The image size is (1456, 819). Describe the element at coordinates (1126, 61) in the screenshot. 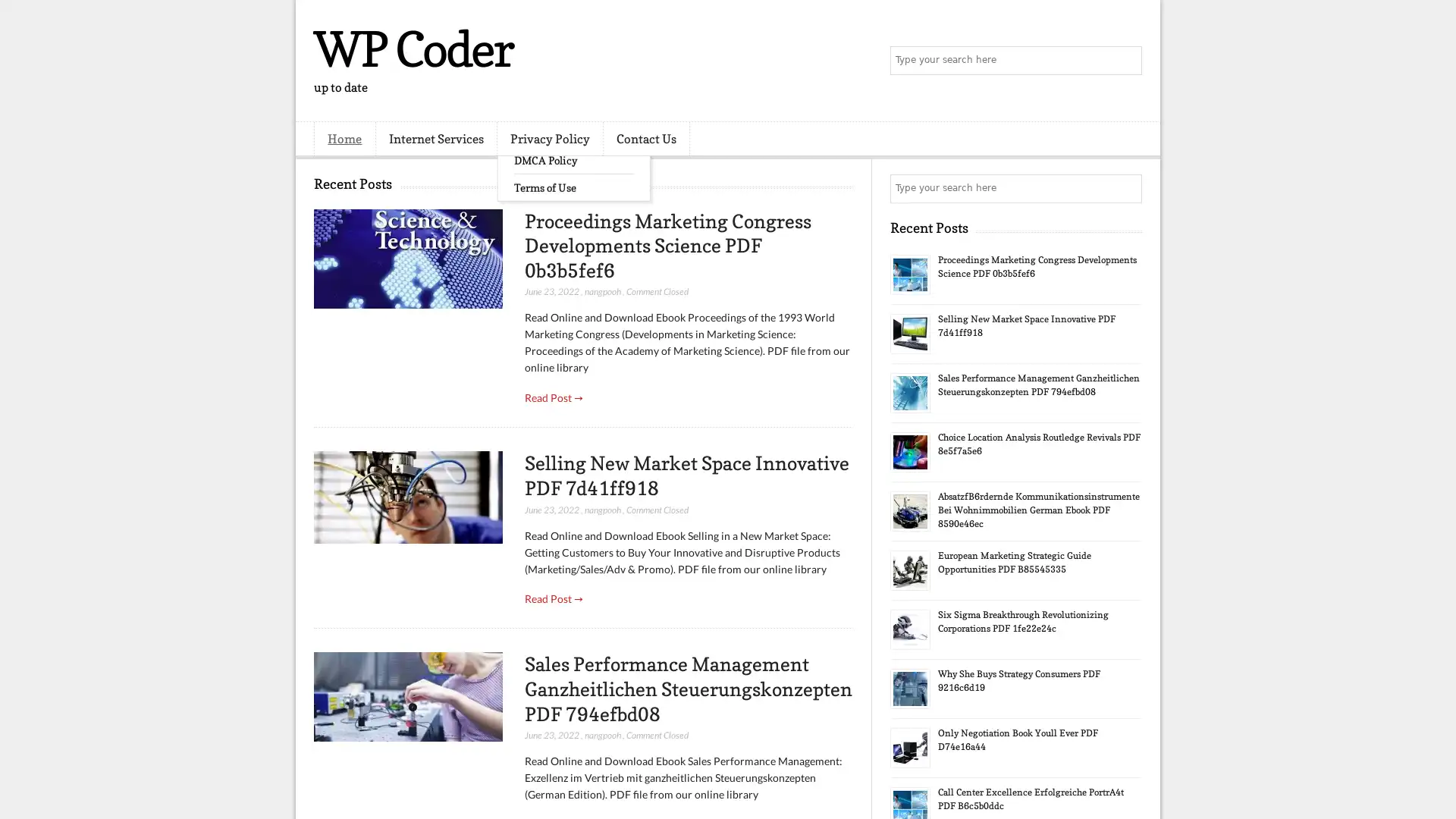

I see `Search` at that location.